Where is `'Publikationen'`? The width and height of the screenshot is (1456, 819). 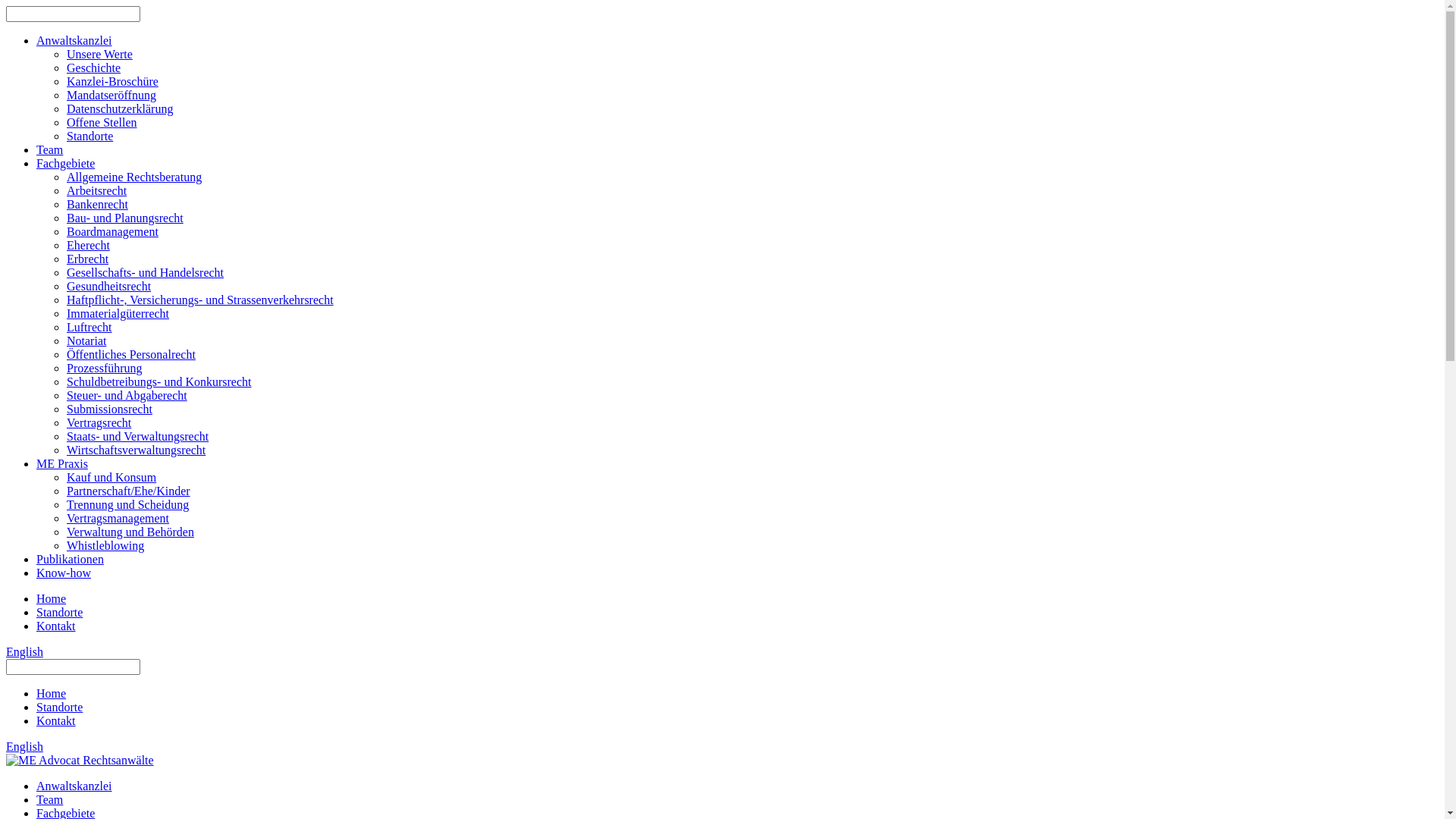 'Publikationen' is located at coordinates (69, 559).